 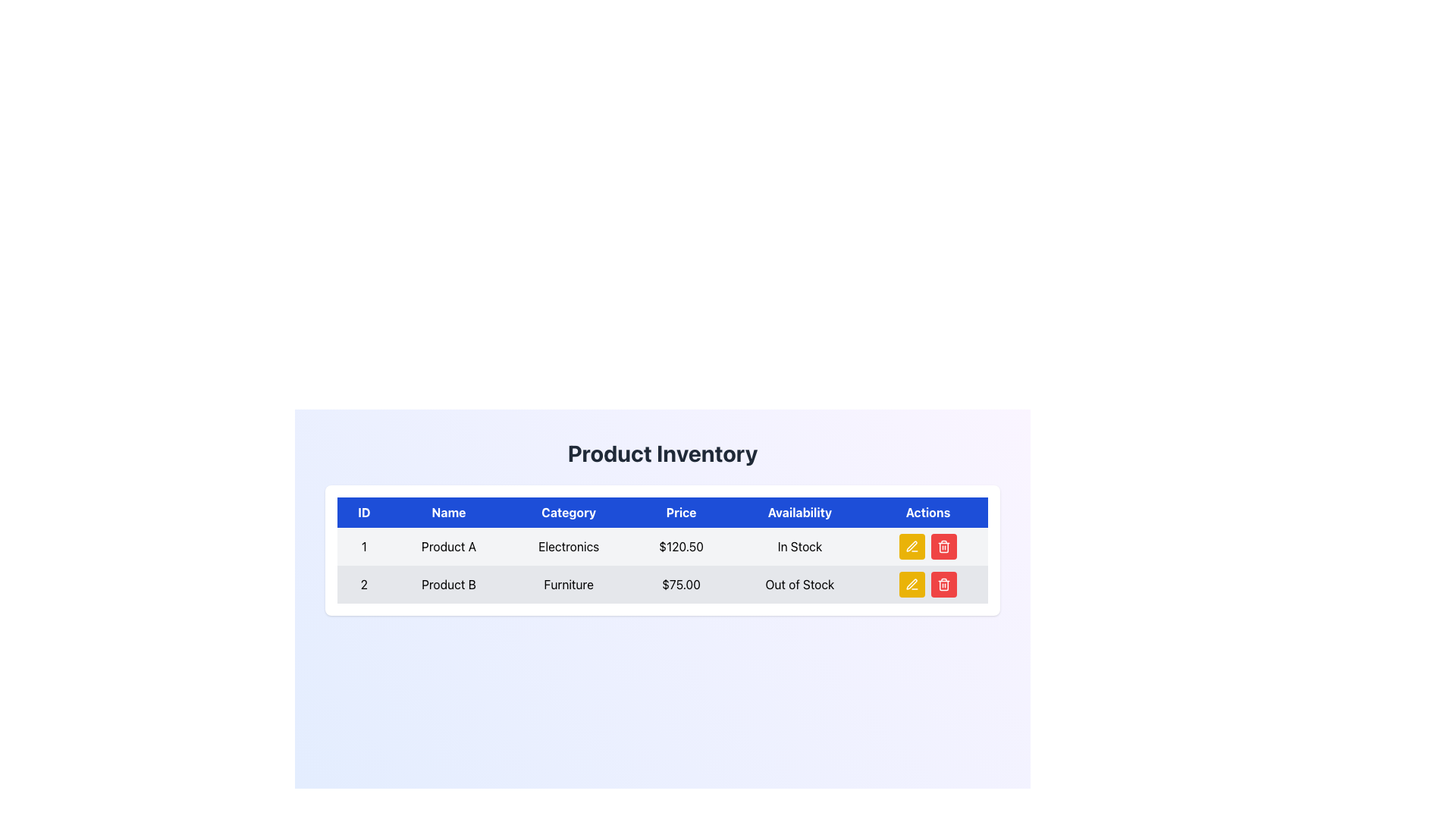 What do you see at coordinates (568, 512) in the screenshot?
I see `text from the text label displaying 'Category', which is styled with a blue background and white text, located in the header row of a table interface` at bounding box center [568, 512].